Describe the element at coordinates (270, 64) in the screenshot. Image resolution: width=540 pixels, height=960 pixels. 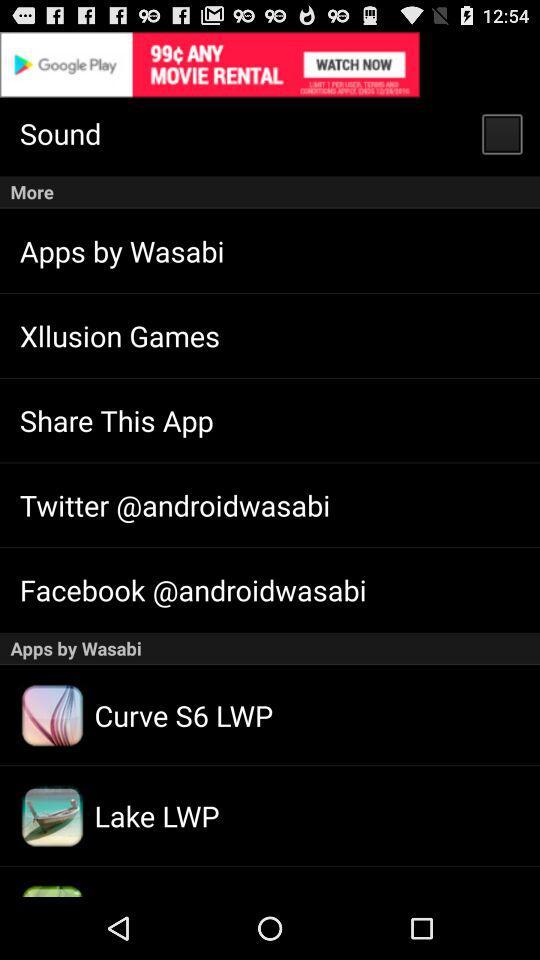
I see `the advertised site` at that location.